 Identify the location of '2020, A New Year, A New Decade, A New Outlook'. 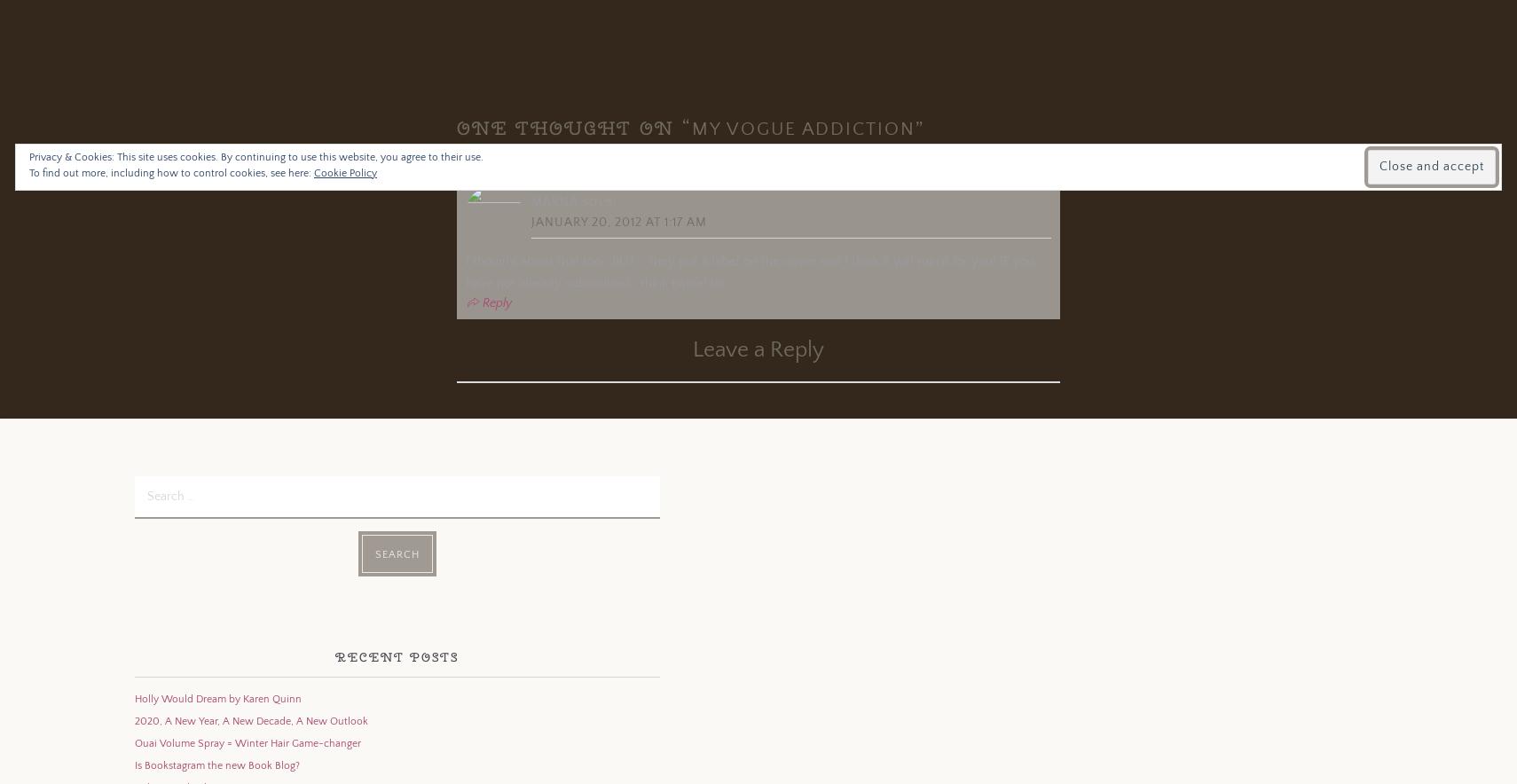
(249, 720).